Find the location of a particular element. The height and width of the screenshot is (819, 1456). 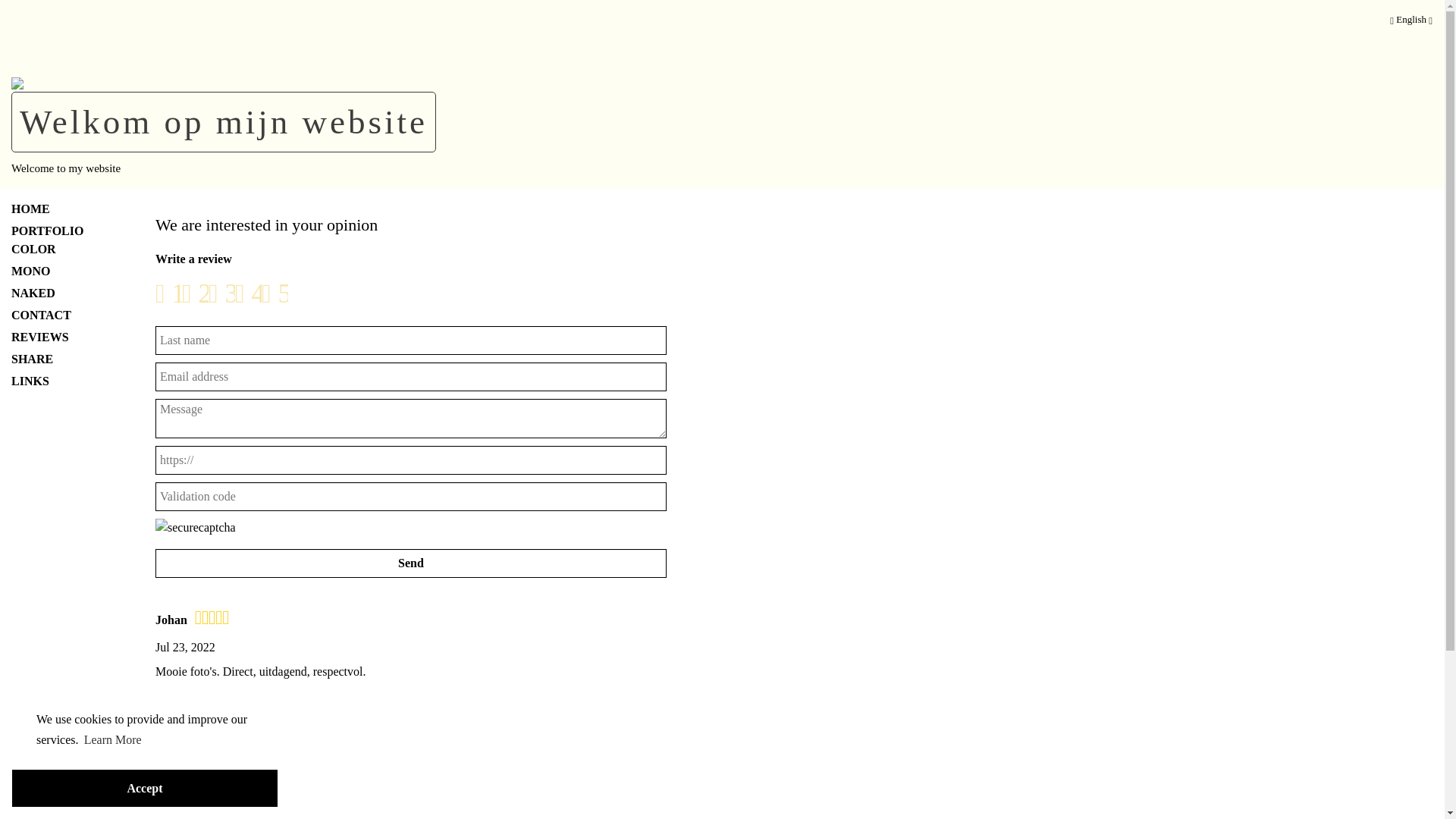

'Learn More' is located at coordinates (81, 739).